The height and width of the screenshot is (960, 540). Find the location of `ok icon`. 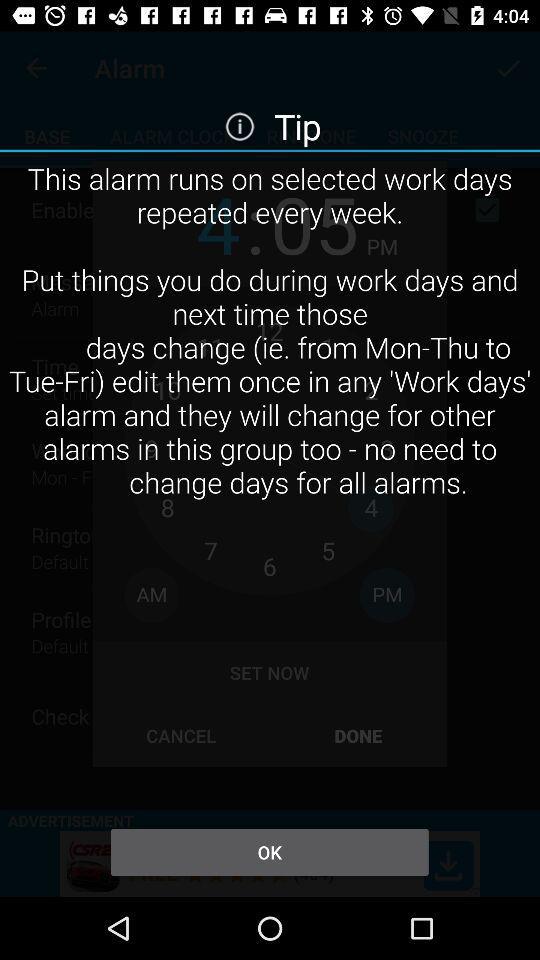

ok icon is located at coordinates (269, 851).